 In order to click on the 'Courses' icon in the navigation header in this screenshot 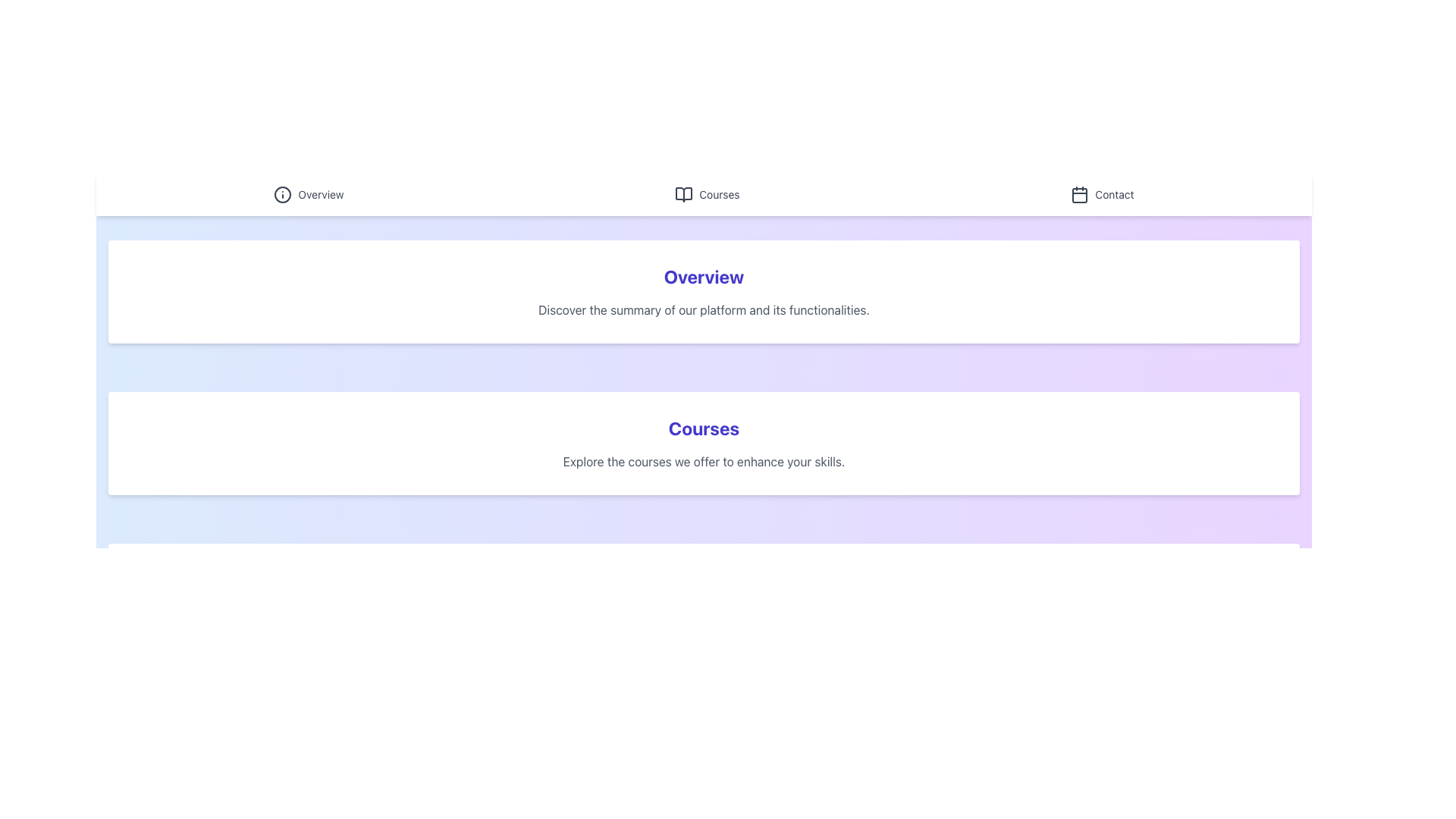, I will do `click(683, 194)`.